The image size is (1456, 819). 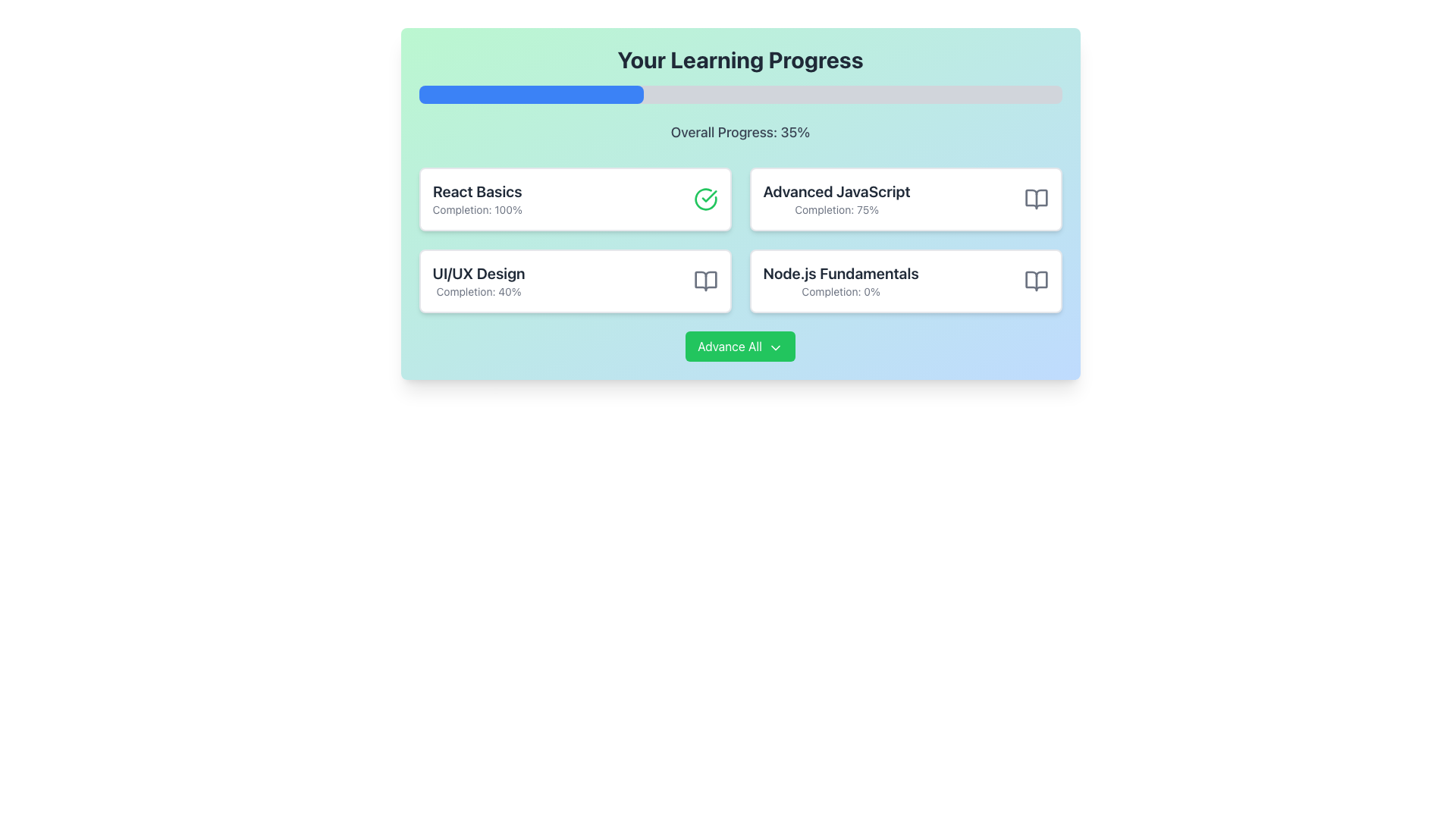 I want to click on progress, so click(x=637, y=94).